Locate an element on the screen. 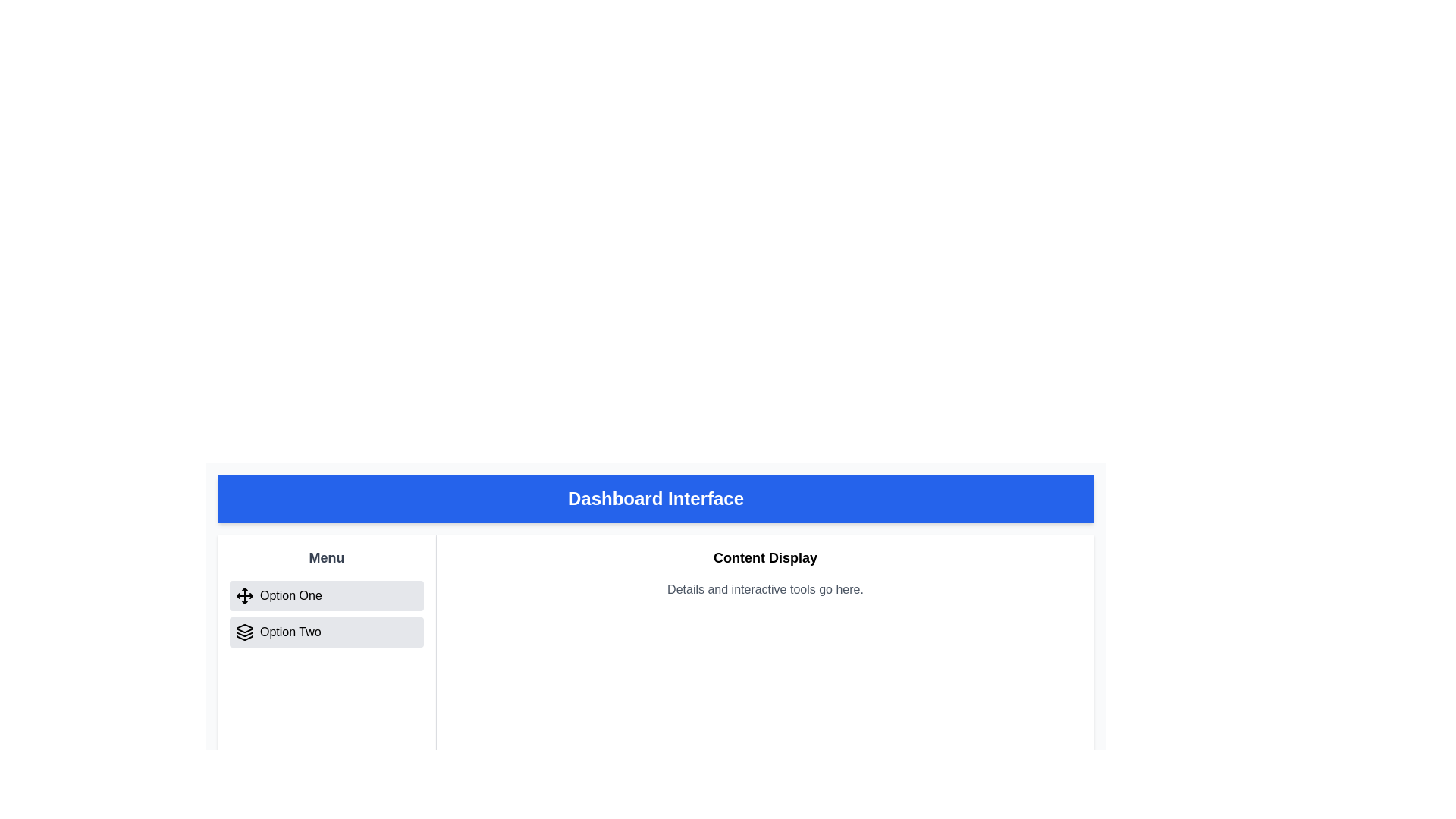 This screenshot has width=1456, height=819. the second selectable option in the List Component located in the Menu section by clicking on it is located at coordinates (326, 614).